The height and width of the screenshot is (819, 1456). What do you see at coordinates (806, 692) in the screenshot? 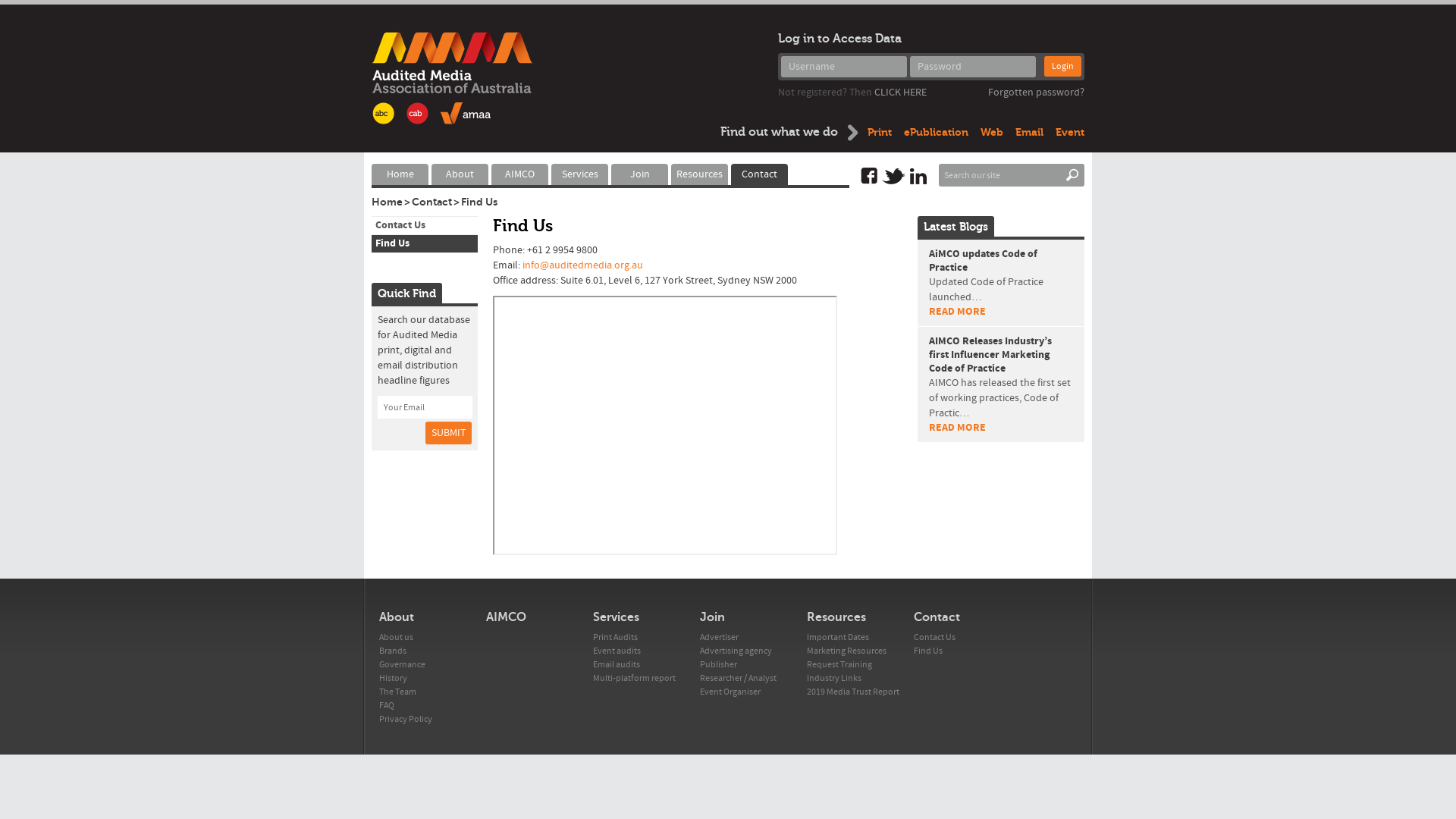
I see `'2019 Media Trust Report'` at bounding box center [806, 692].